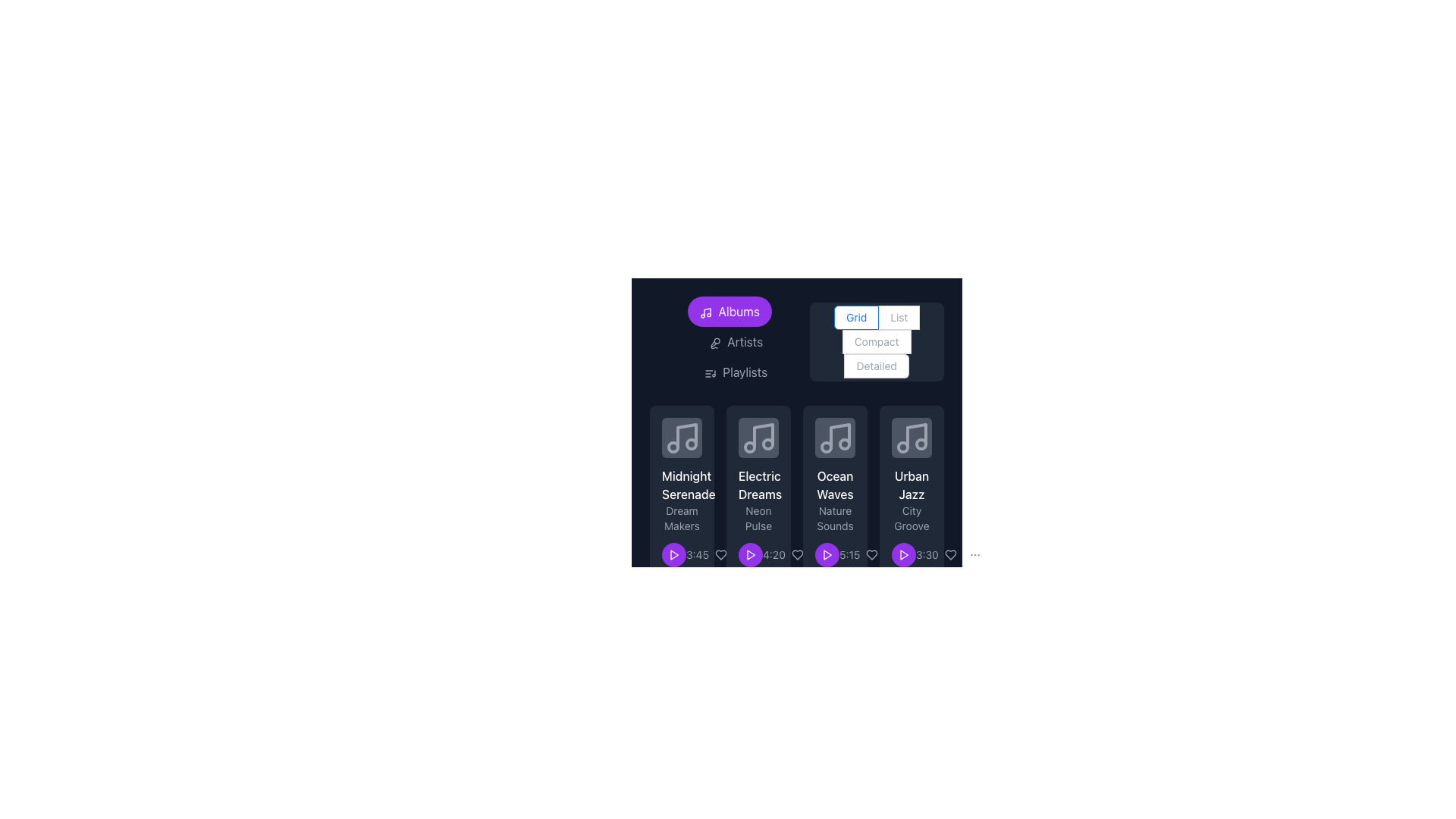  What do you see at coordinates (877, 342) in the screenshot?
I see `the compact layout radio button, which is the third item in a vertical list of radio buttons for layout view options` at bounding box center [877, 342].